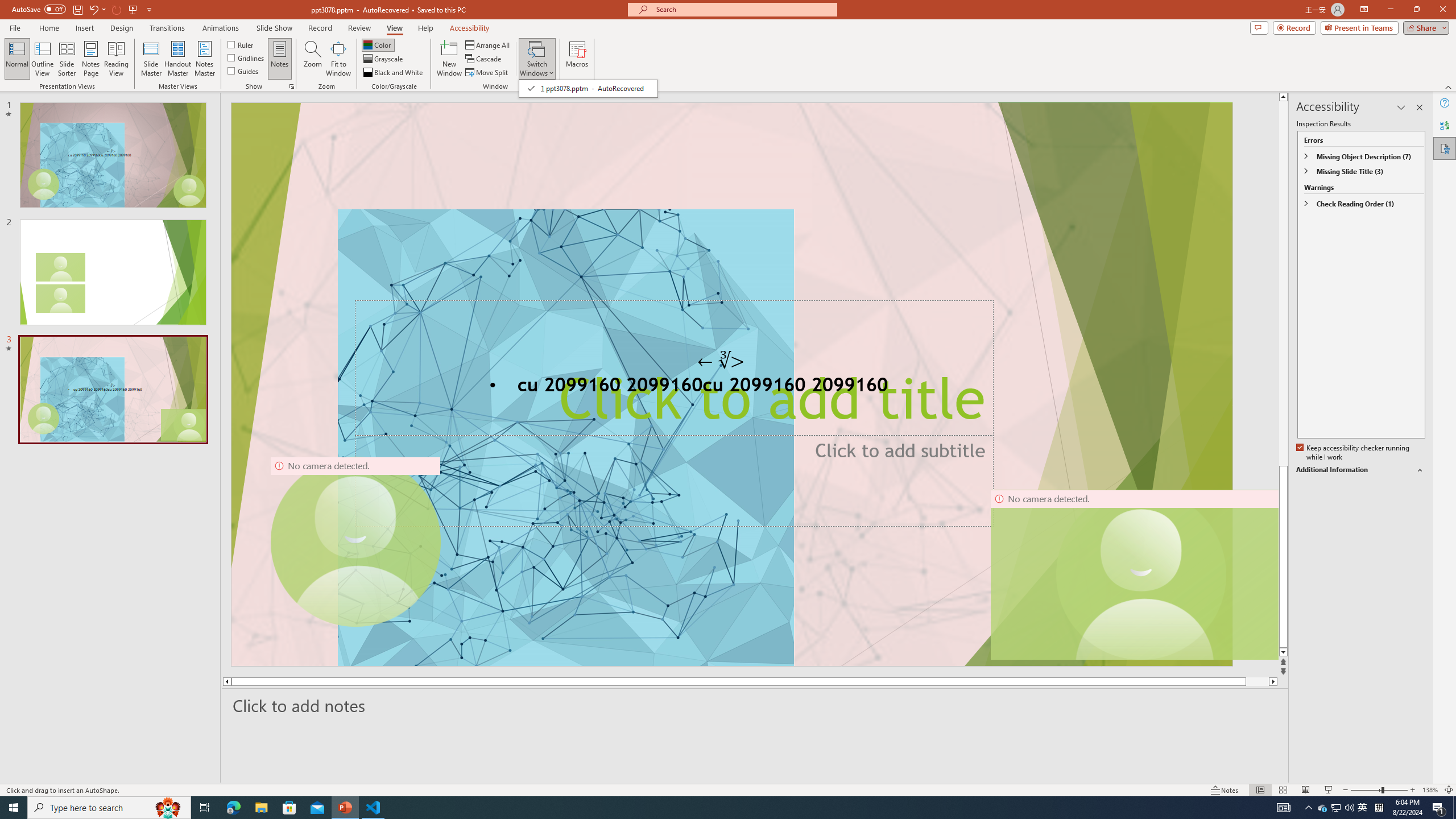  What do you see at coordinates (577, 59) in the screenshot?
I see `'Macros'` at bounding box center [577, 59].